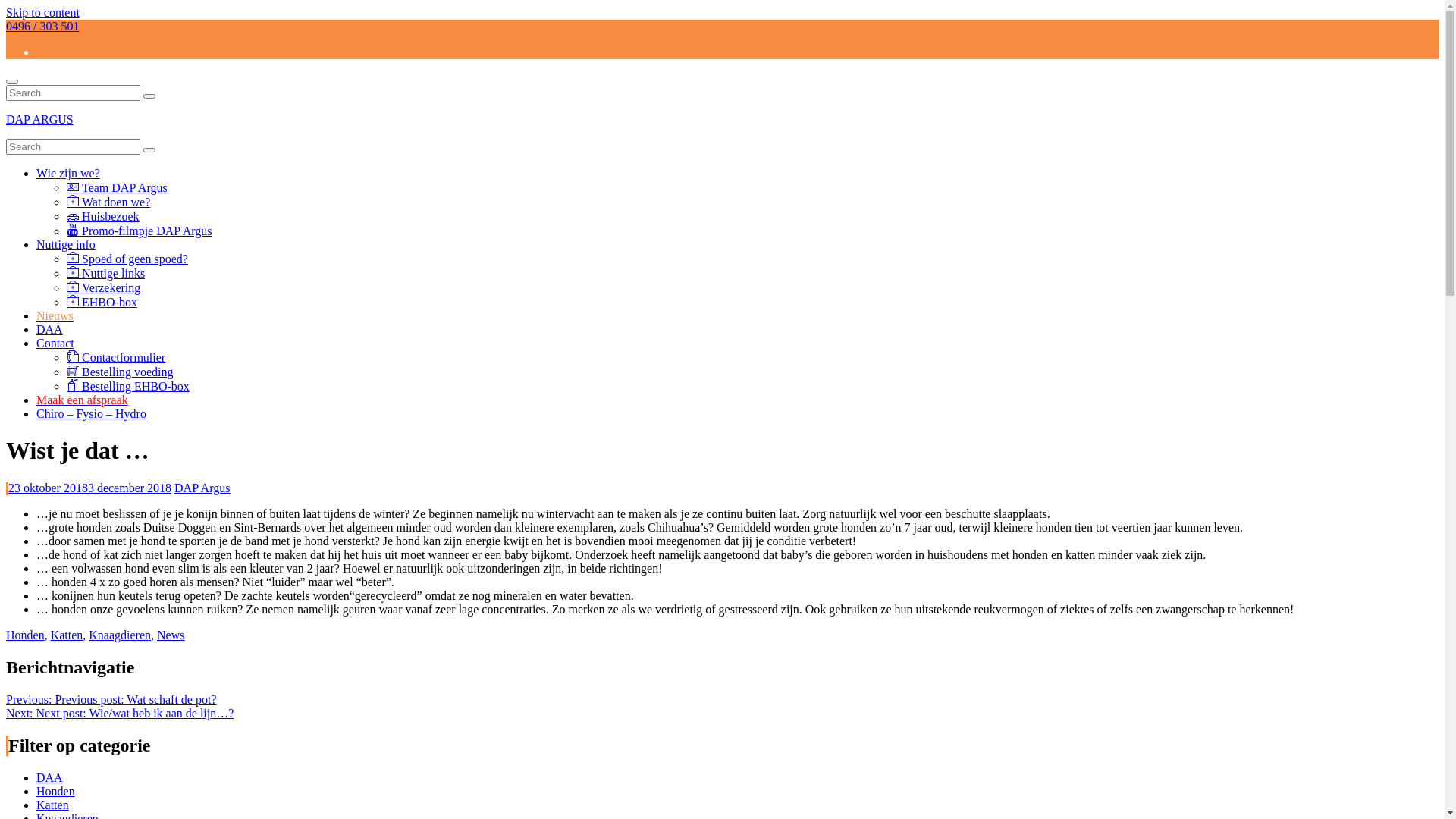 The image size is (1456, 819). I want to click on '23 oktober 20183 december 2018', so click(89, 488).